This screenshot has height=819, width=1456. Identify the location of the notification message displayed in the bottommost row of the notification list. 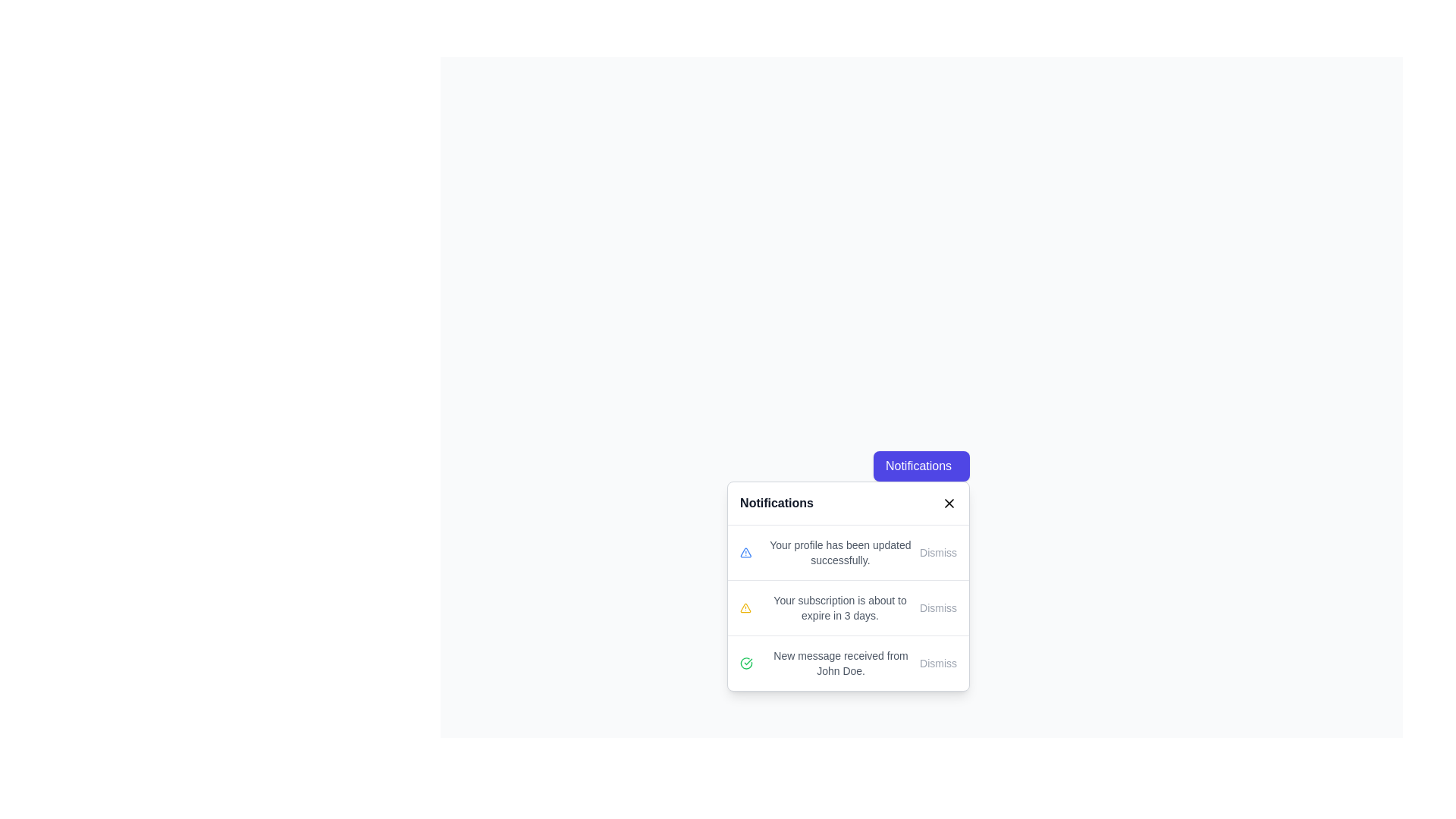
(839, 663).